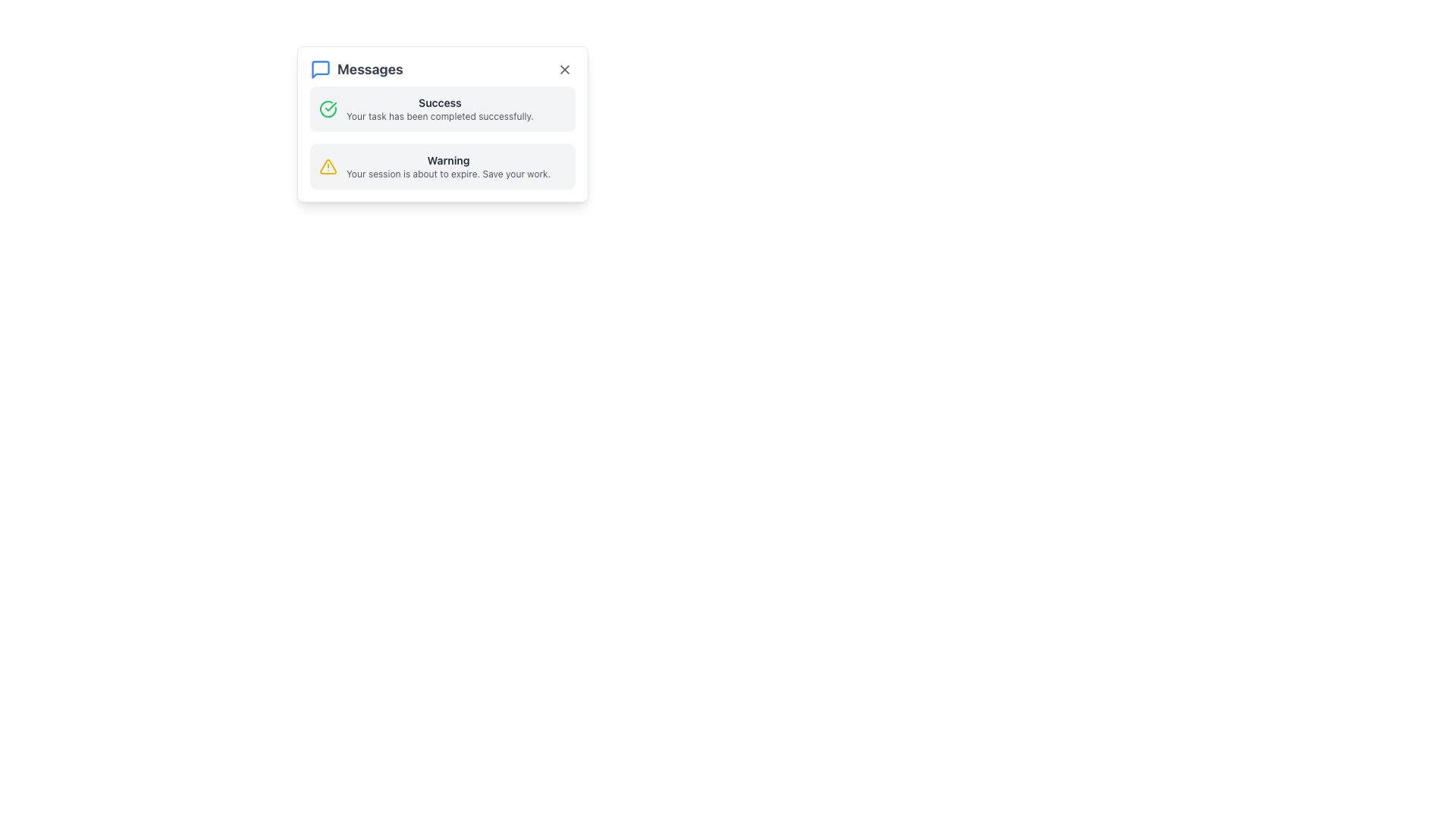 Image resolution: width=1456 pixels, height=819 pixels. What do you see at coordinates (447, 166) in the screenshot?
I see `the warning notification about session expiration, which is the second notification in the message interface, located below the 'Success' message and to the right of a yellow triangle alert icon` at bounding box center [447, 166].